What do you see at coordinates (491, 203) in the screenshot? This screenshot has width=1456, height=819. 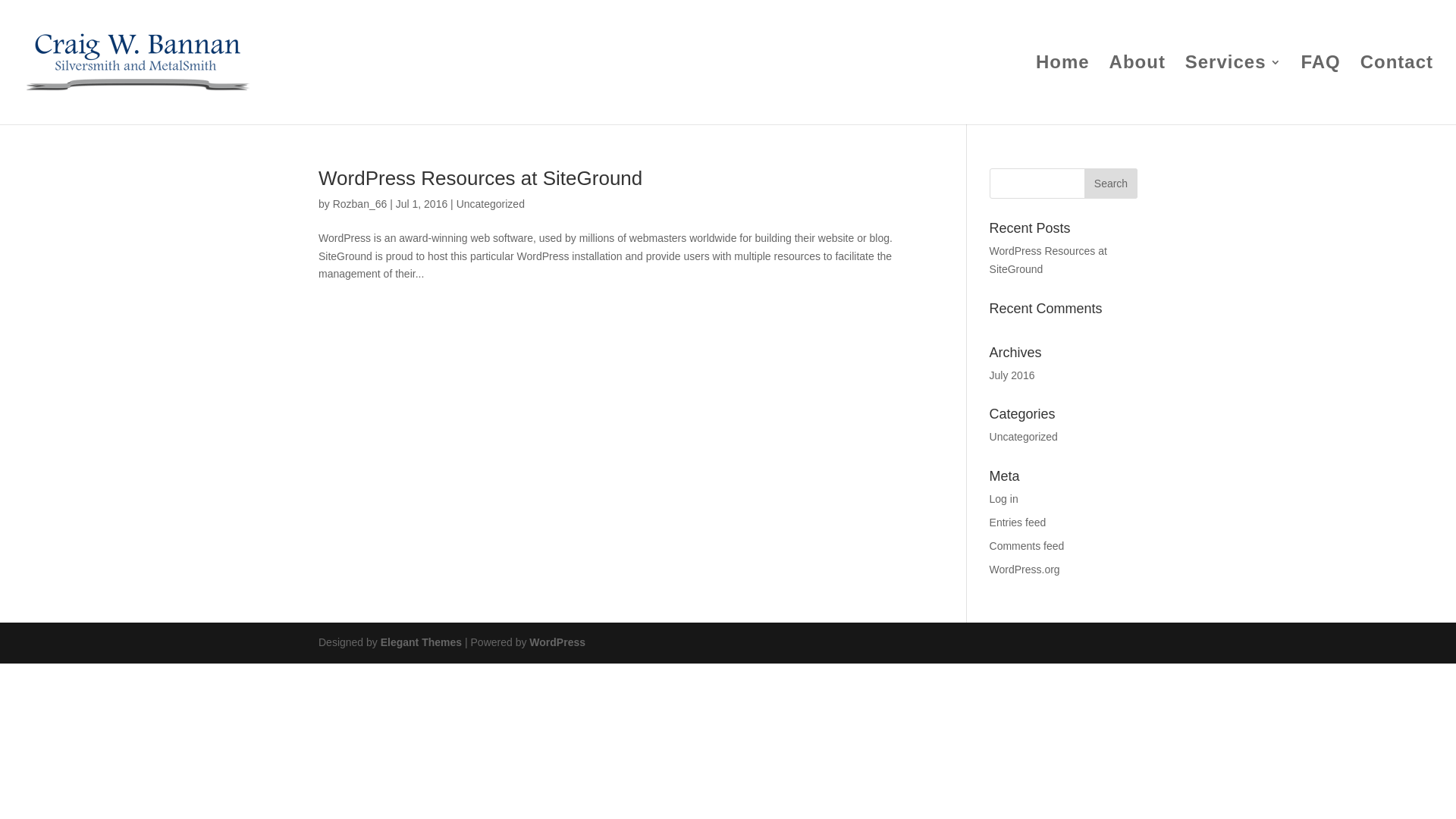 I see `'Uncategorized'` at bounding box center [491, 203].